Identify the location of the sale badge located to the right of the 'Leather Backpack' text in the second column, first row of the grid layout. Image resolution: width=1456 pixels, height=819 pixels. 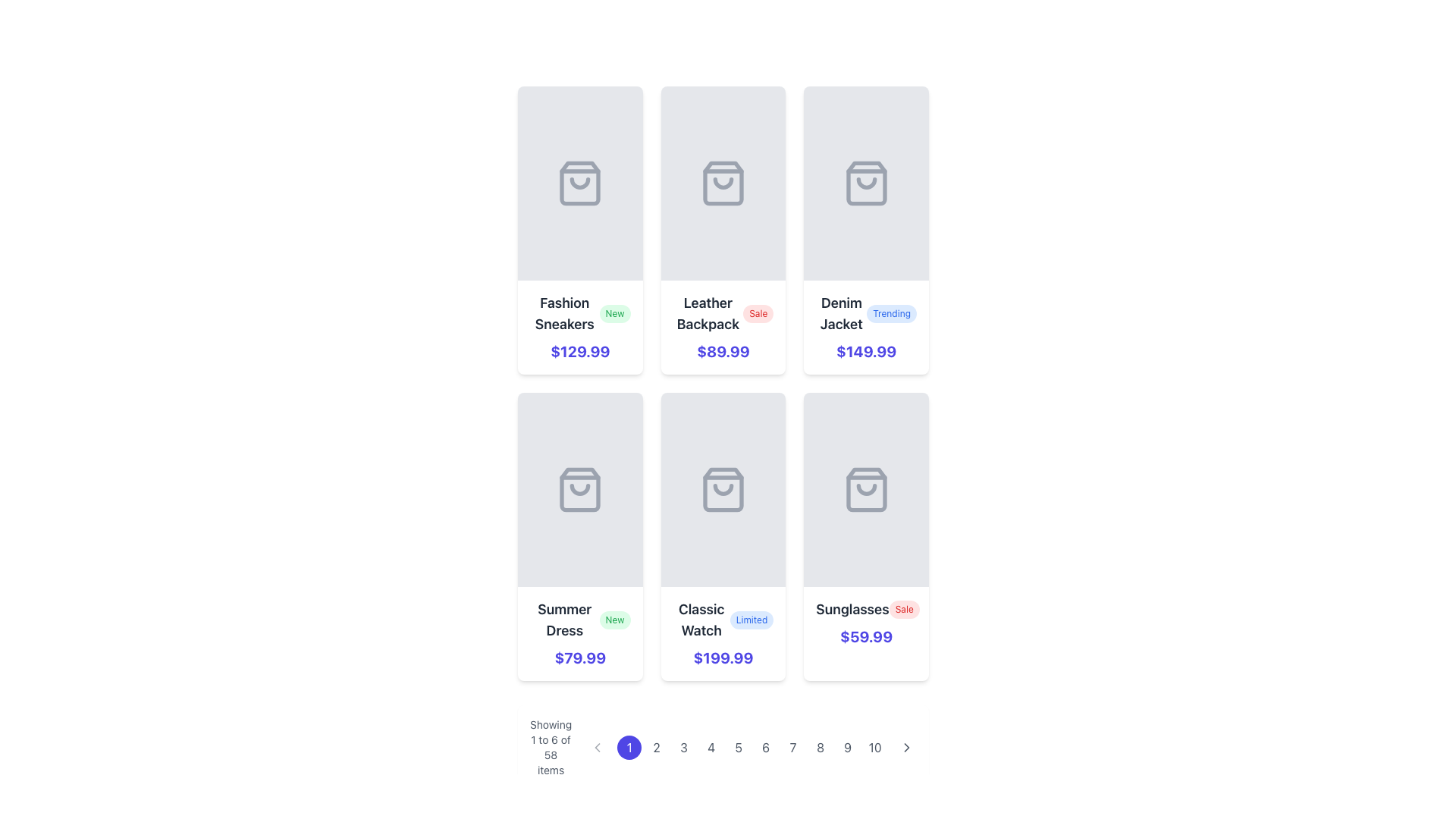
(758, 312).